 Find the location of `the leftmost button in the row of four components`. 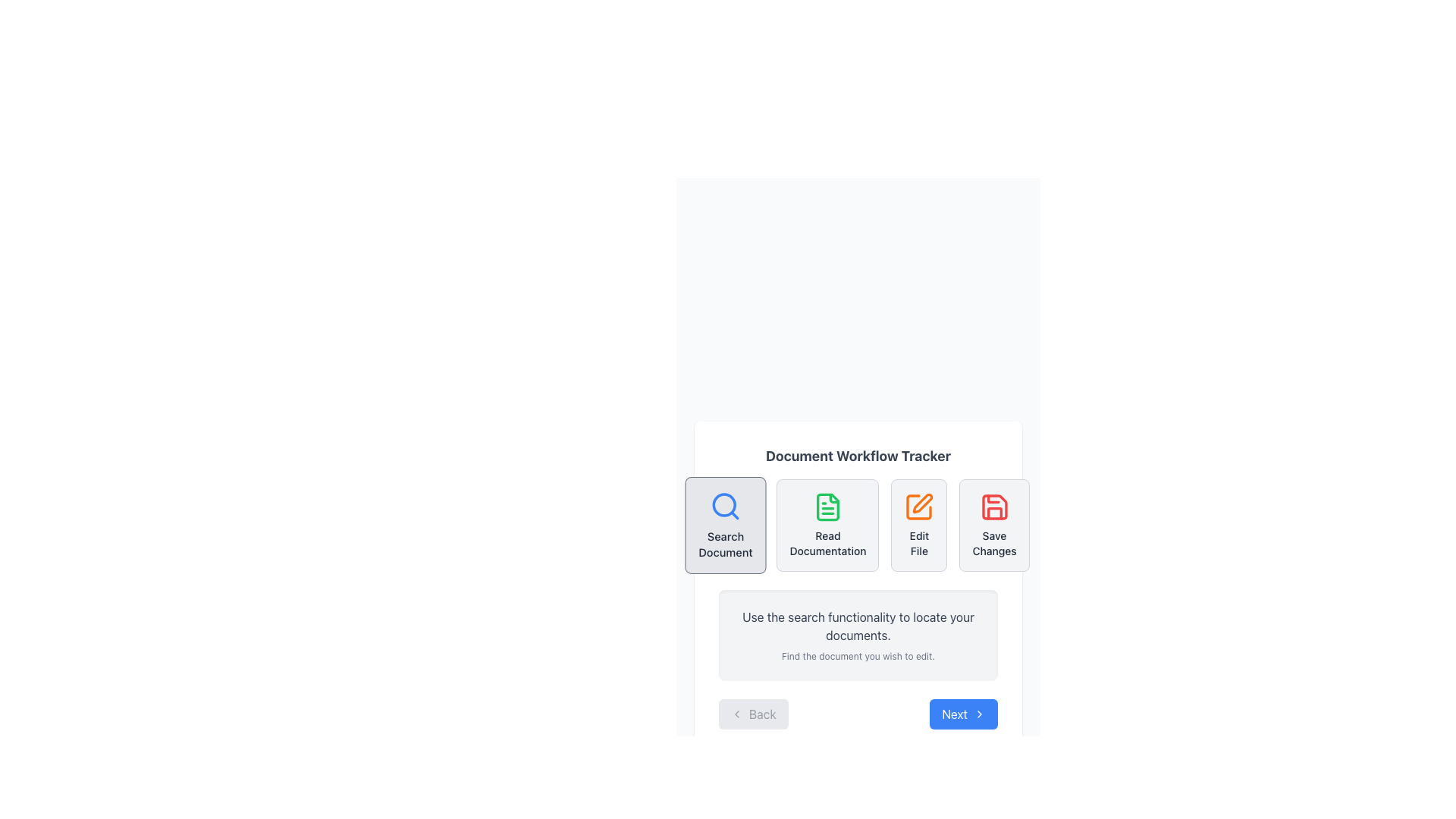

the leftmost button in the row of four components is located at coordinates (725, 525).